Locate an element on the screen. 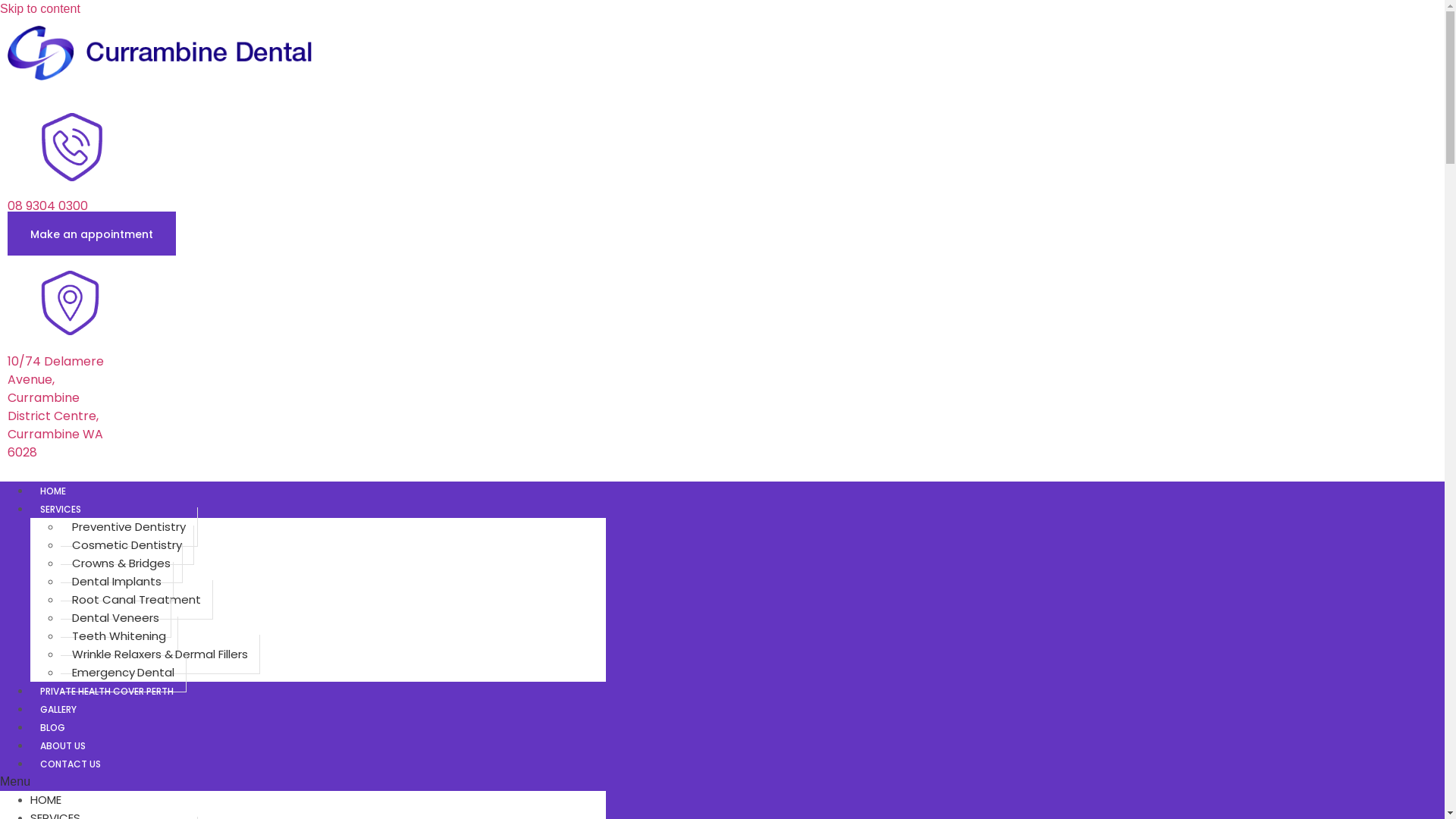 The image size is (1456, 819). 'PRIVATE HEALTH COVER PERTH' is located at coordinates (106, 689).